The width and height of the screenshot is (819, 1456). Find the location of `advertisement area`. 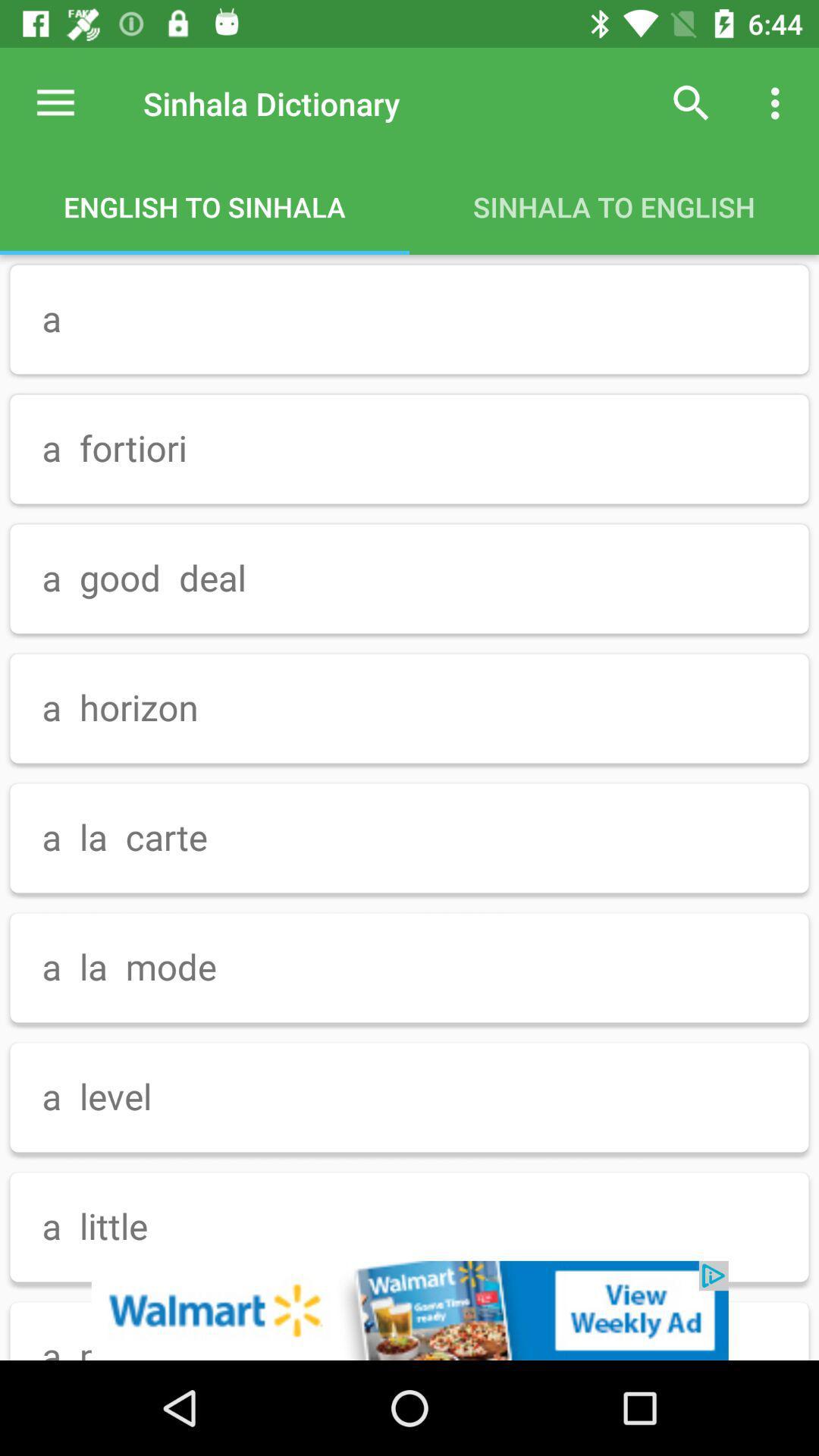

advertisement area is located at coordinates (409, 1310).